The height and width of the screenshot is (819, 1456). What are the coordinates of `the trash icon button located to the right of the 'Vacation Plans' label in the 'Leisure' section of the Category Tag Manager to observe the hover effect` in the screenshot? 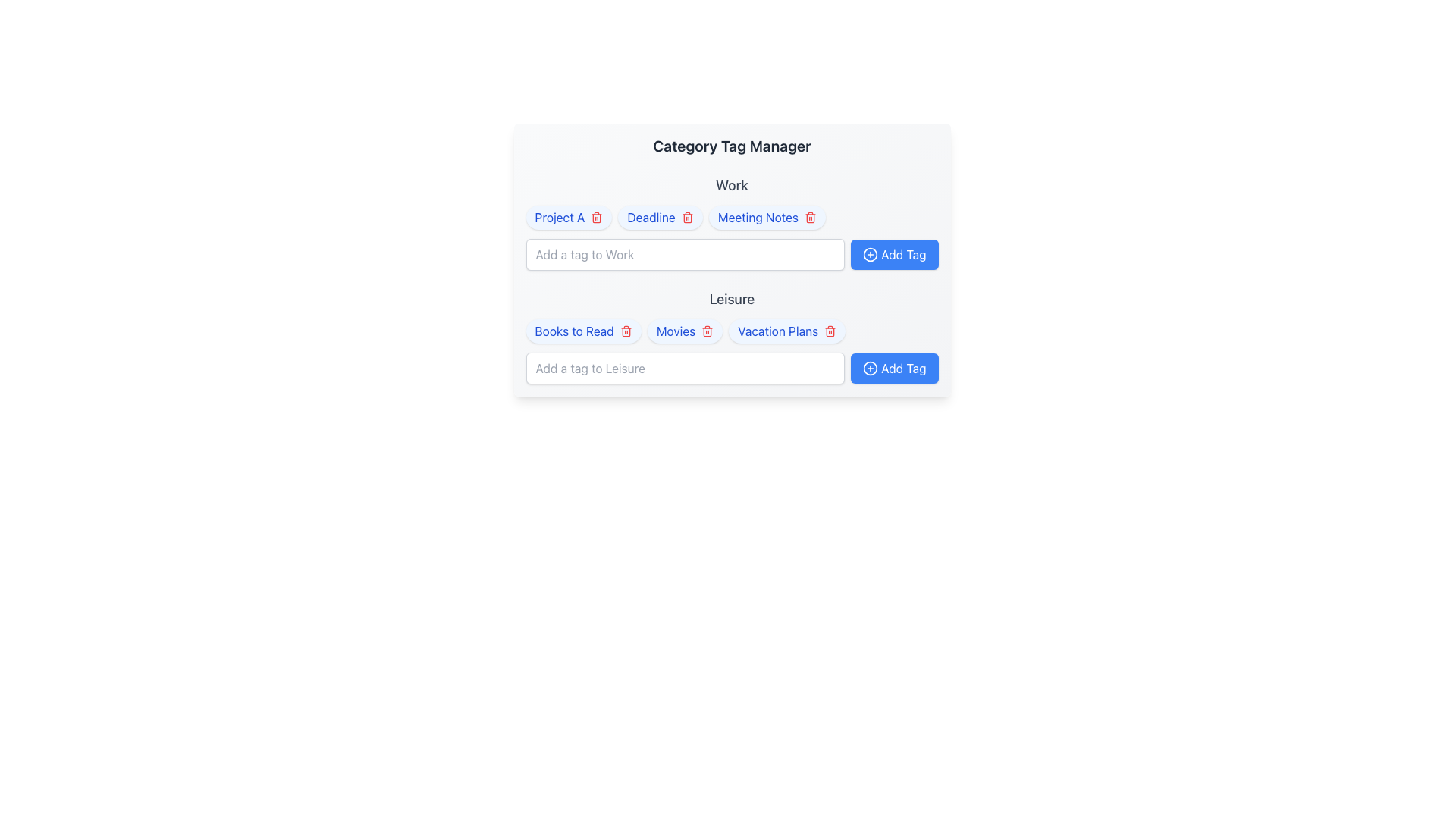 It's located at (830, 330).